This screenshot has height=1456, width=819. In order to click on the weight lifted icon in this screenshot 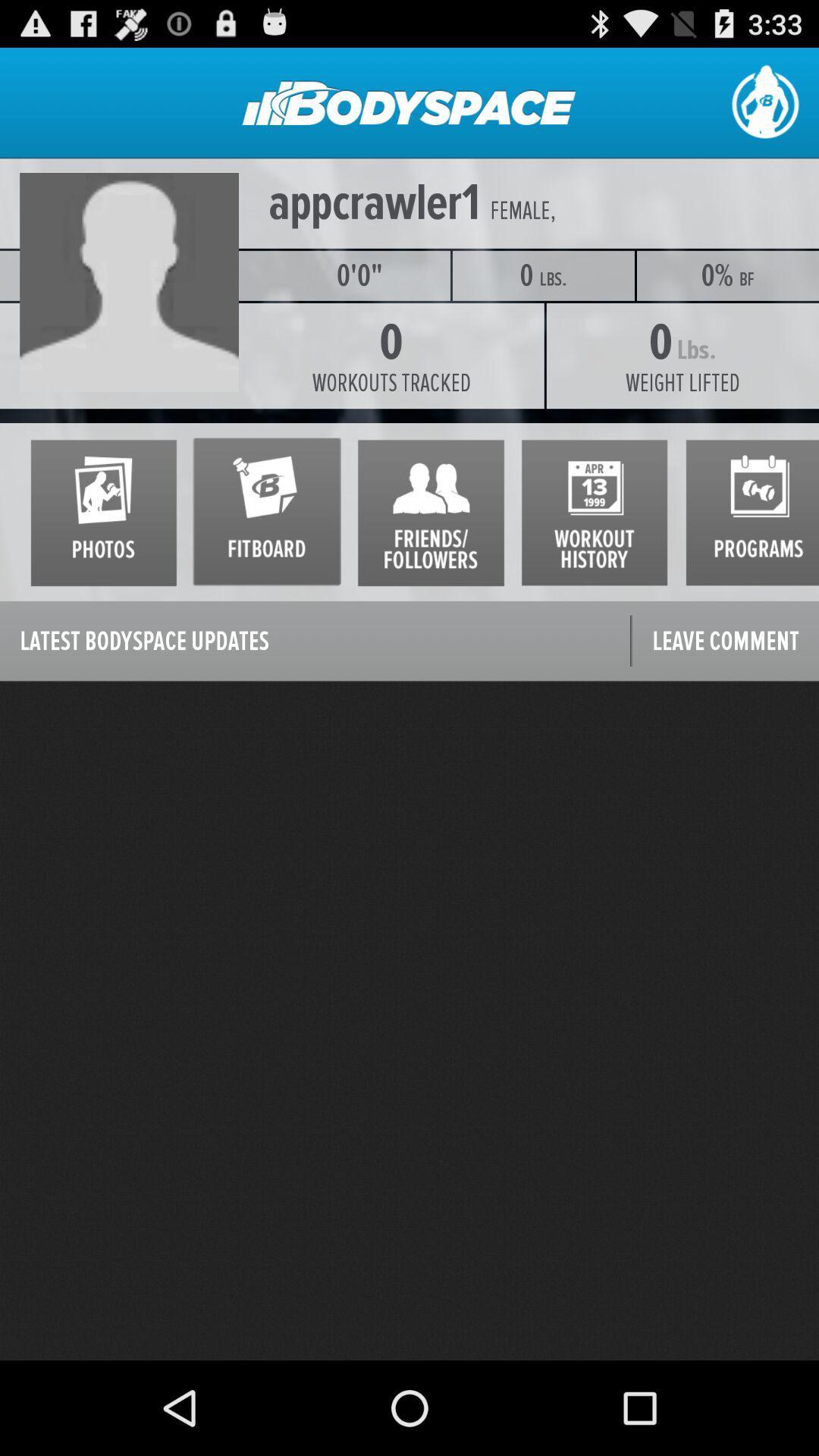, I will do `click(682, 383)`.